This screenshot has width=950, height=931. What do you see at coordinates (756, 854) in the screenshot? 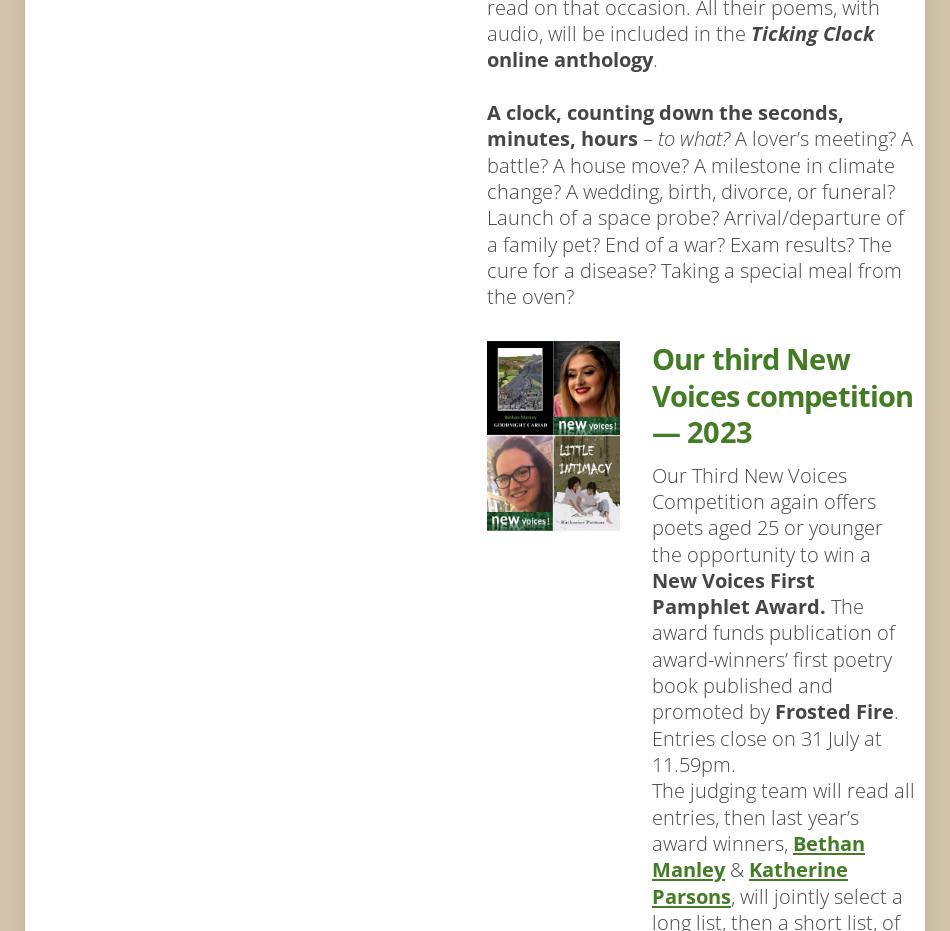
I see `'Bethan Manley'` at bounding box center [756, 854].